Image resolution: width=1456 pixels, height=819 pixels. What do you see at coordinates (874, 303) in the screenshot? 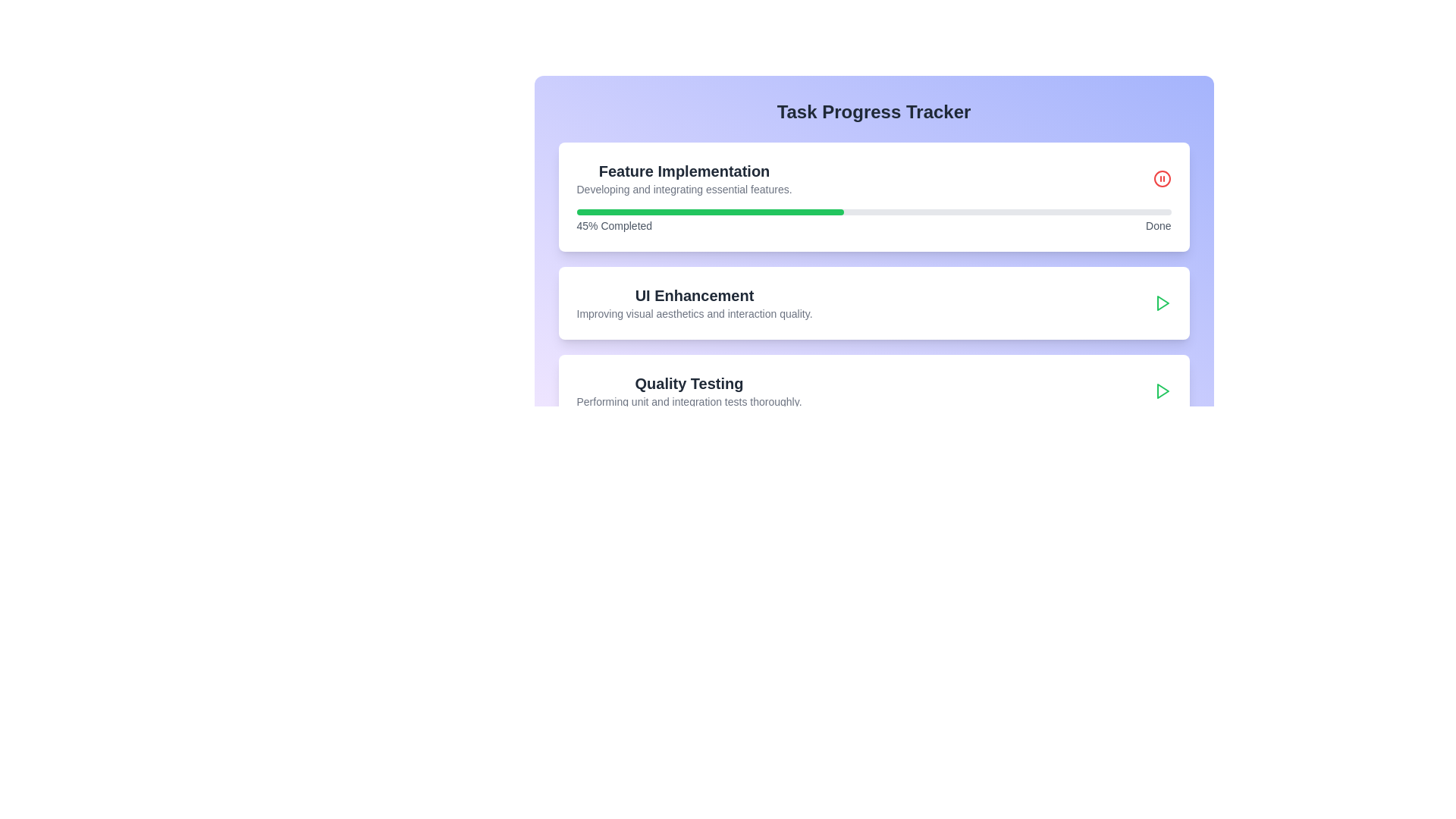
I see `the Task descriptor block titled 'UI Enhancement' which is styled with a bold title and a smaller gray subtitle, positioned between 'Feature Implementation' and 'Quality Testing'` at bounding box center [874, 303].